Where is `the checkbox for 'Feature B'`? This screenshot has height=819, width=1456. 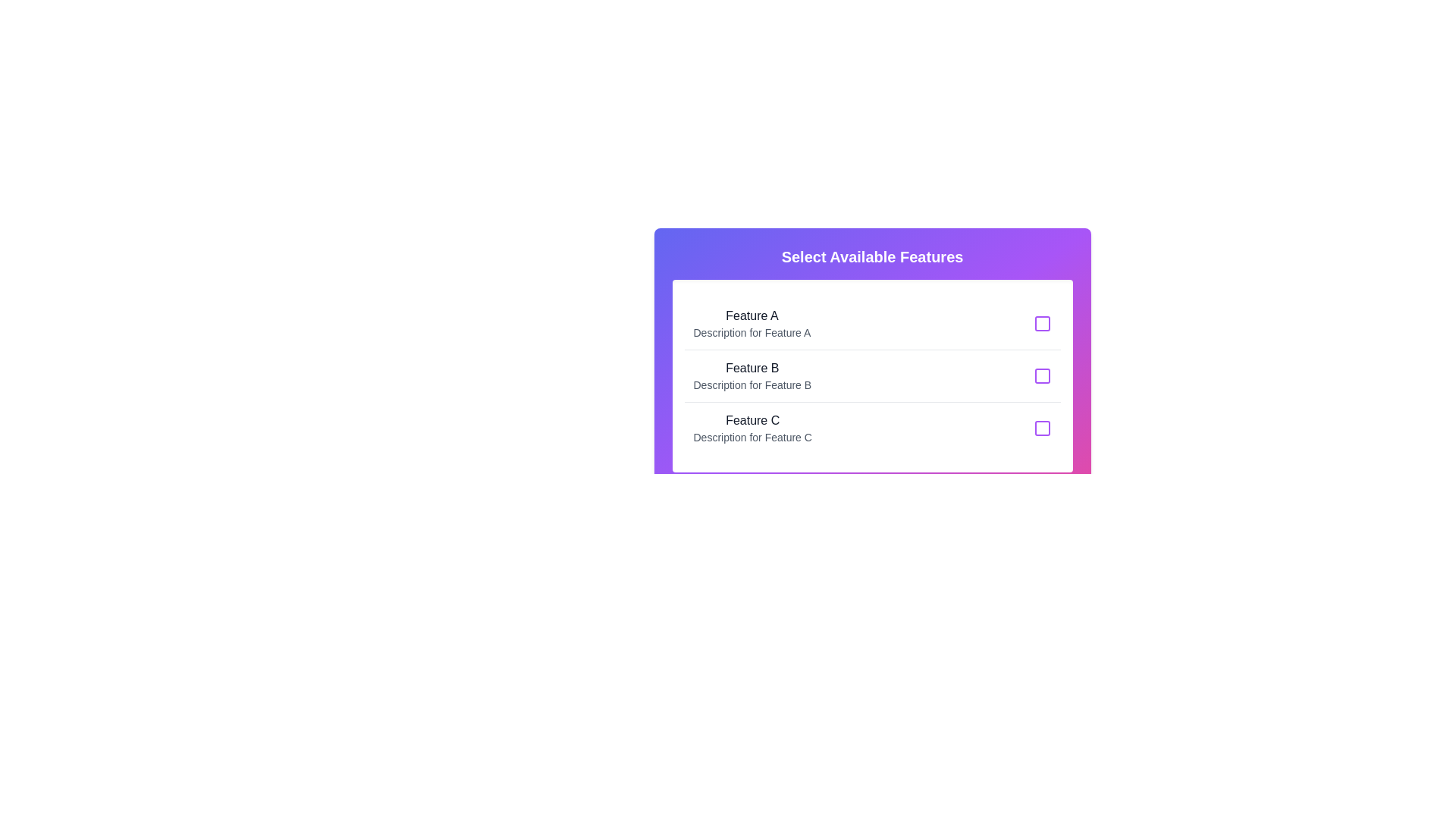 the checkbox for 'Feature B' is located at coordinates (1041, 375).